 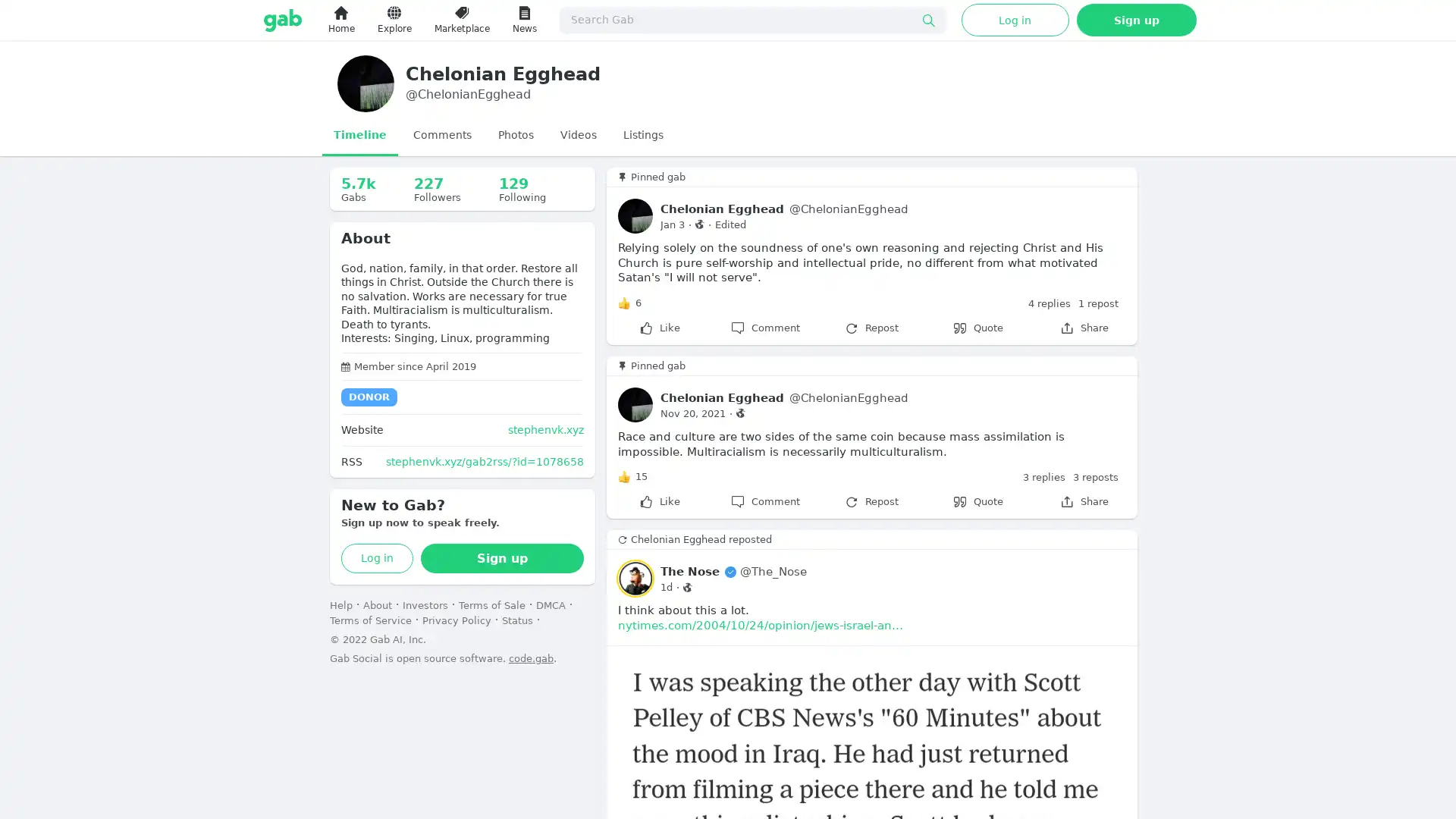 What do you see at coordinates (659, 327) in the screenshot?
I see `Like` at bounding box center [659, 327].